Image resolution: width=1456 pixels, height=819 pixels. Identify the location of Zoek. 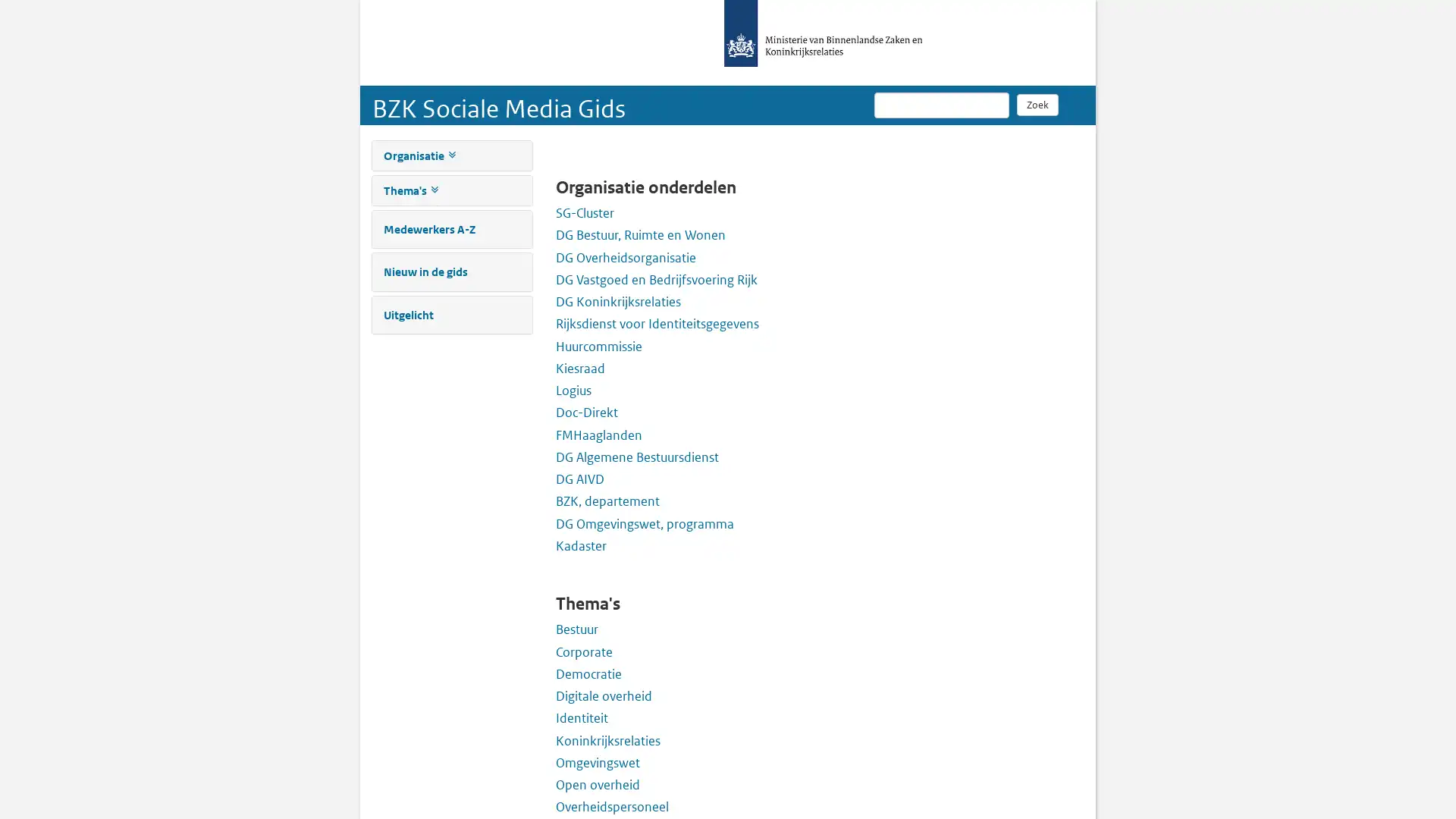
(1037, 104).